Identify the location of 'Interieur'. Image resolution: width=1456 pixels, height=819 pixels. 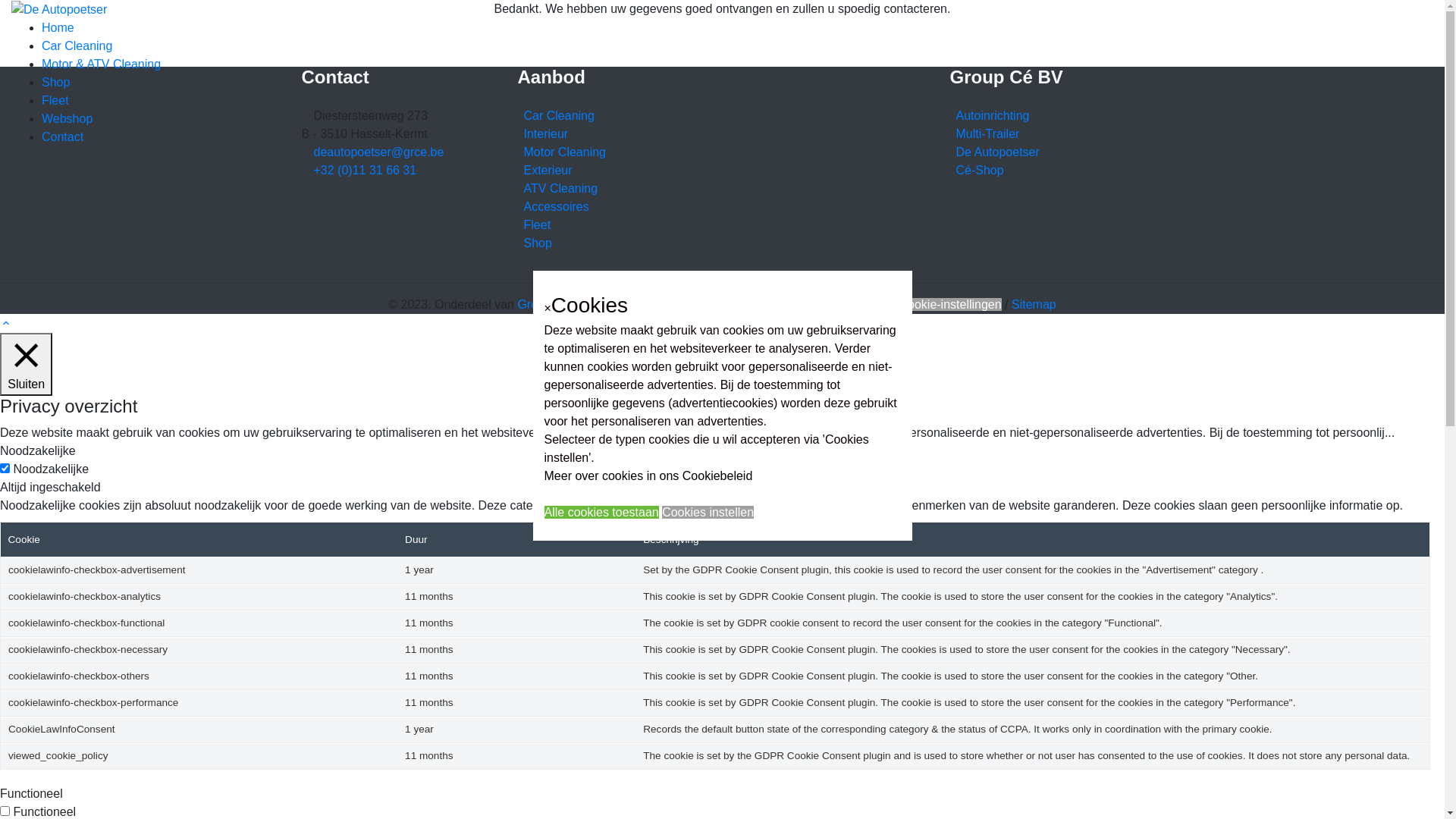
(542, 133).